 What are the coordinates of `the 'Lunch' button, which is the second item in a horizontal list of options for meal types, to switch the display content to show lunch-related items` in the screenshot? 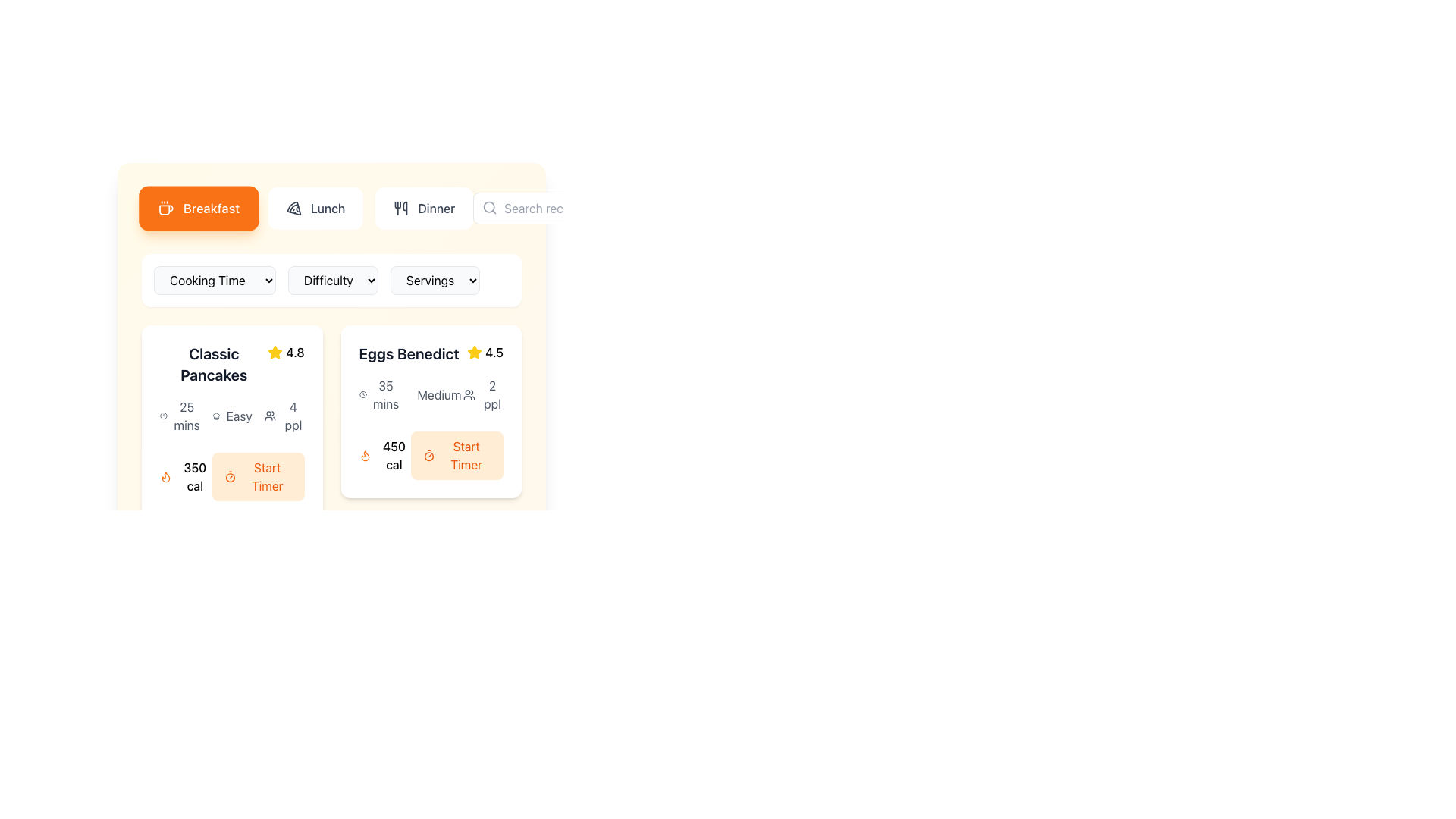 It's located at (315, 208).